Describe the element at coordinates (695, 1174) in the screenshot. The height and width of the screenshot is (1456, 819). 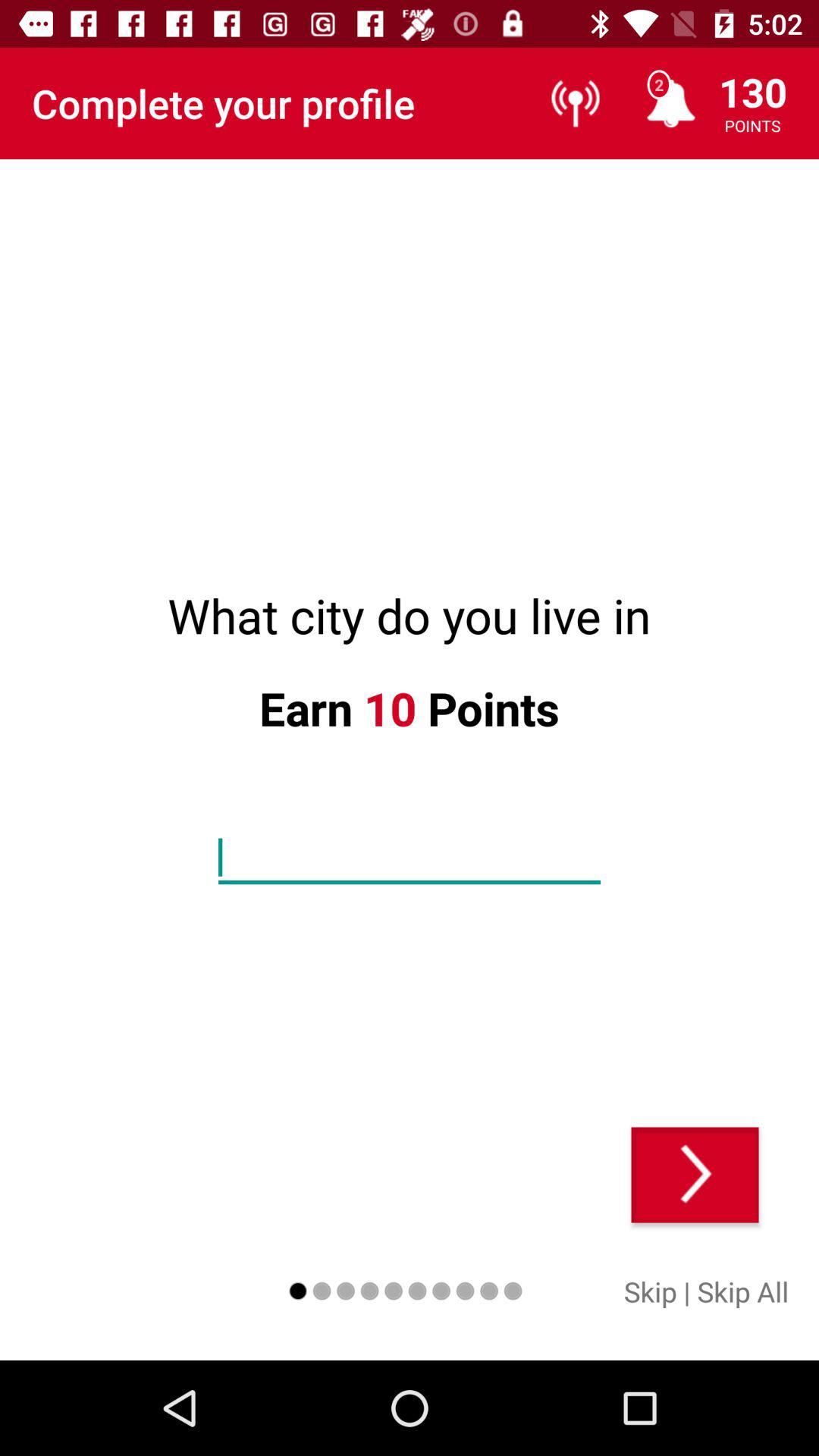
I see `next question` at that location.